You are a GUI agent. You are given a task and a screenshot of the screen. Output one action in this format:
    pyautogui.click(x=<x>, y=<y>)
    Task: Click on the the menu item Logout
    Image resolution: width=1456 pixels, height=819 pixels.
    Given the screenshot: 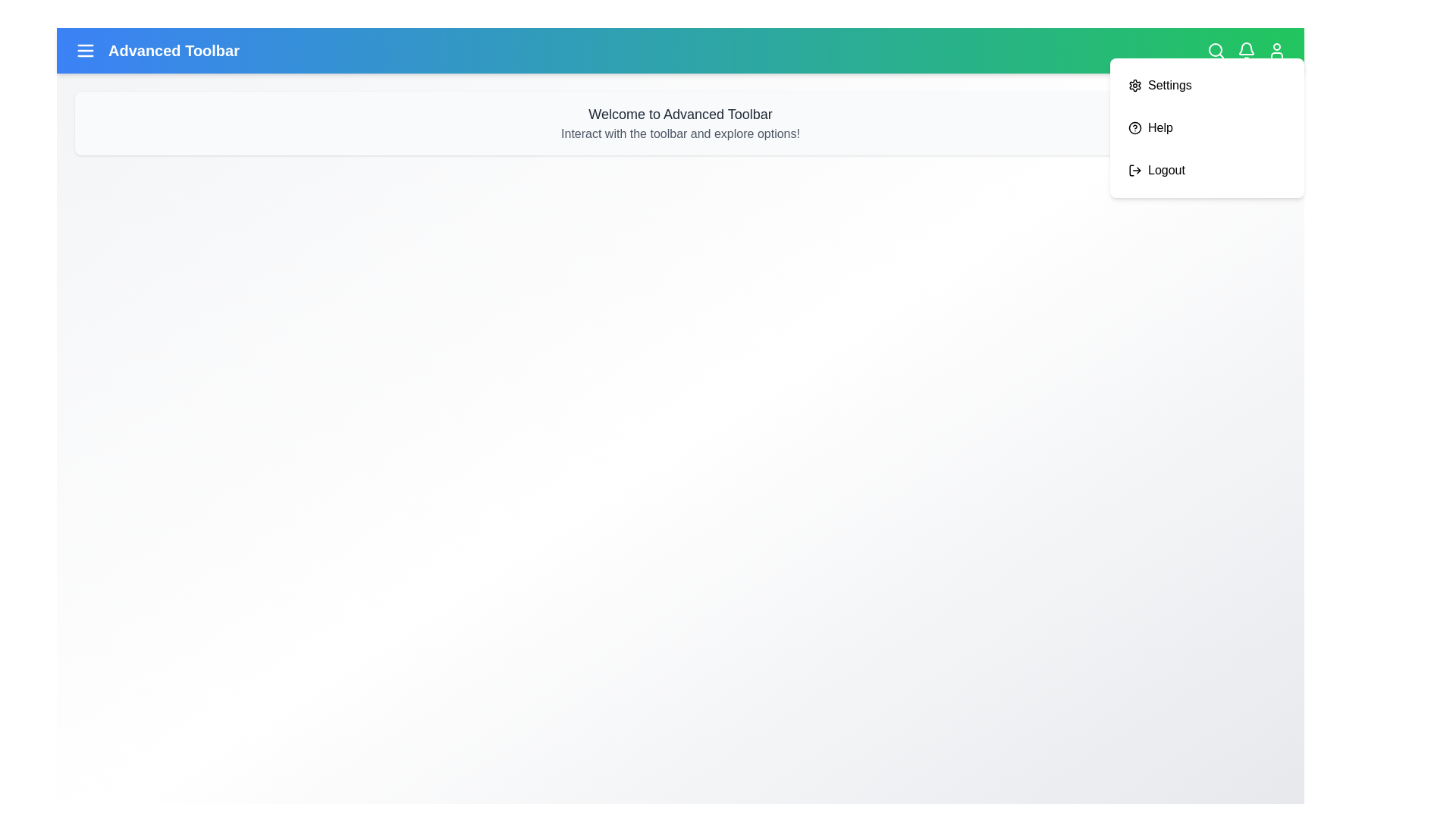 What is the action you would take?
    pyautogui.click(x=1207, y=170)
    